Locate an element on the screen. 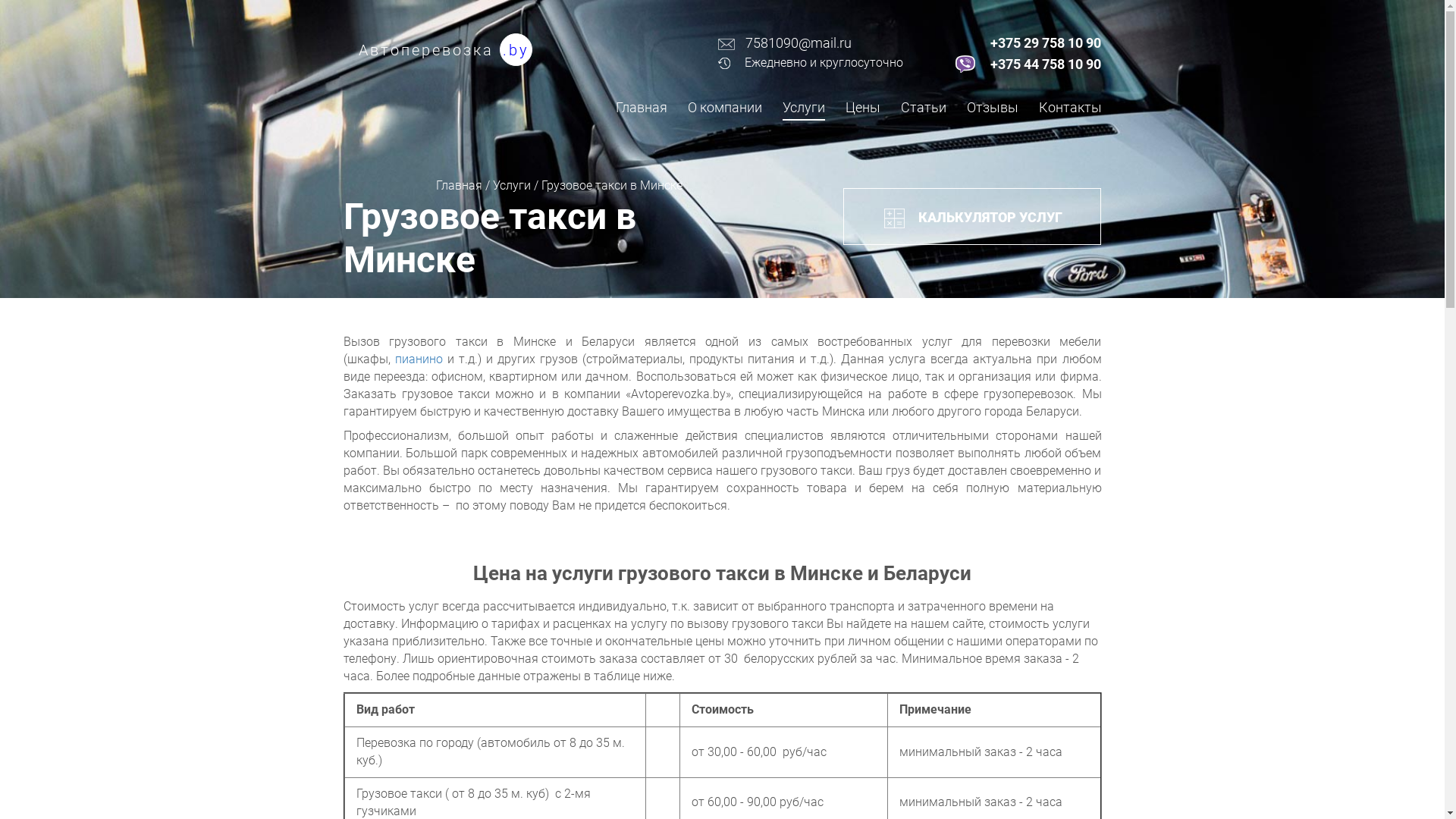  '+375 44 758 10 90' is located at coordinates (1044, 63).